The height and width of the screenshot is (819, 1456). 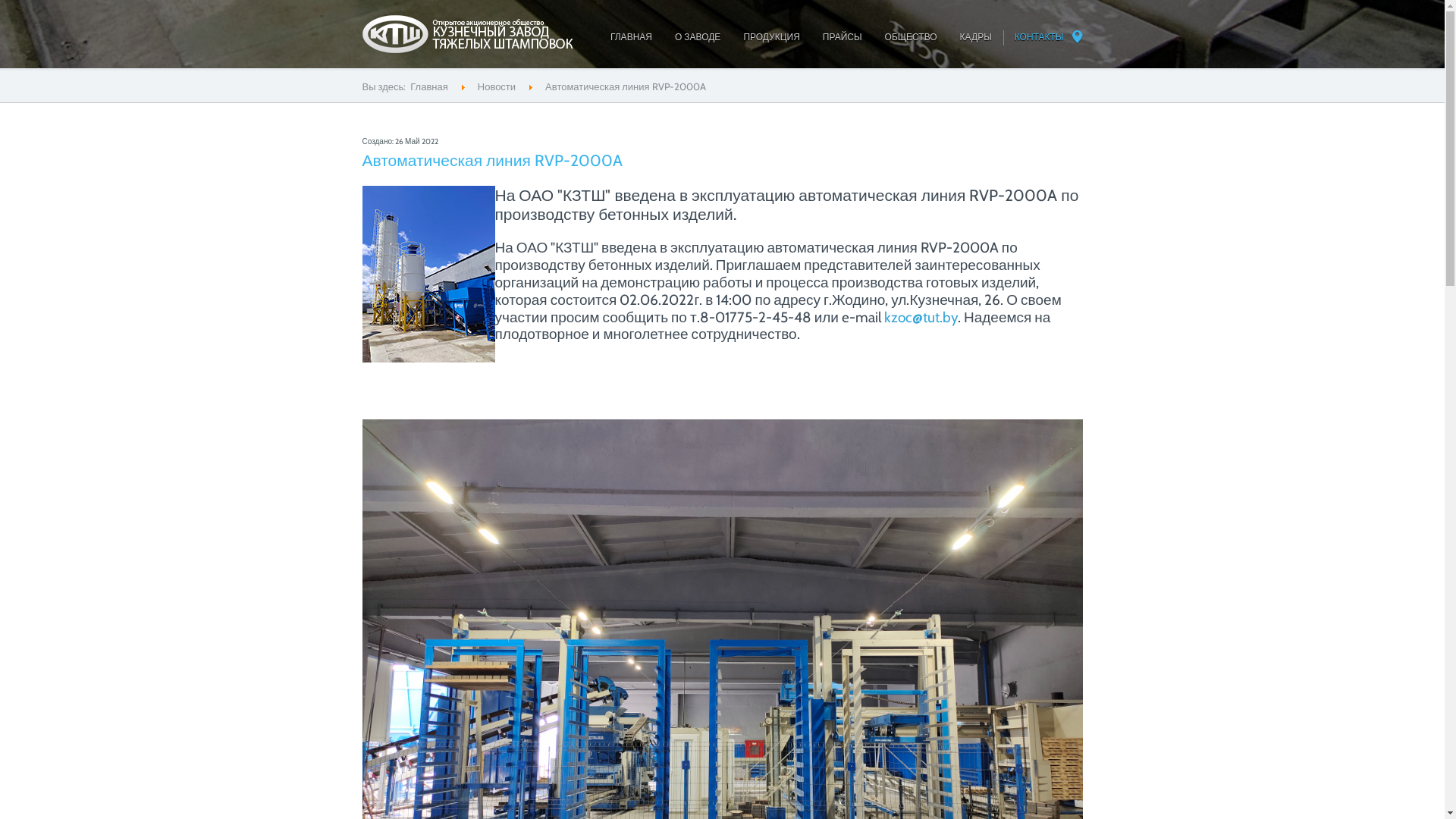 I want to click on 'kzoc@tut.by', so click(x=884, y=316).